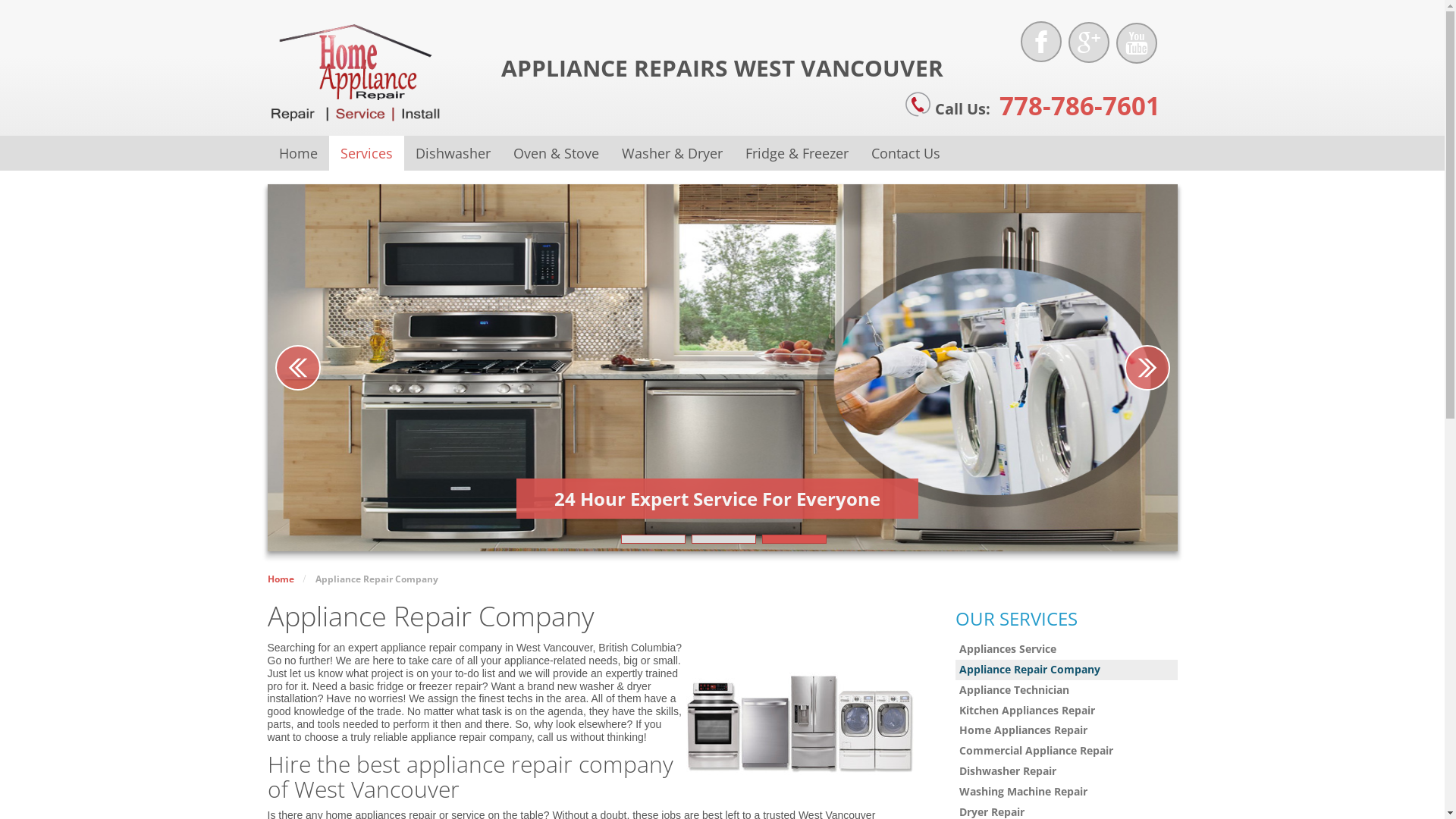  I want to click on 'Kitchen Appliances Repair', so click(954, 711).